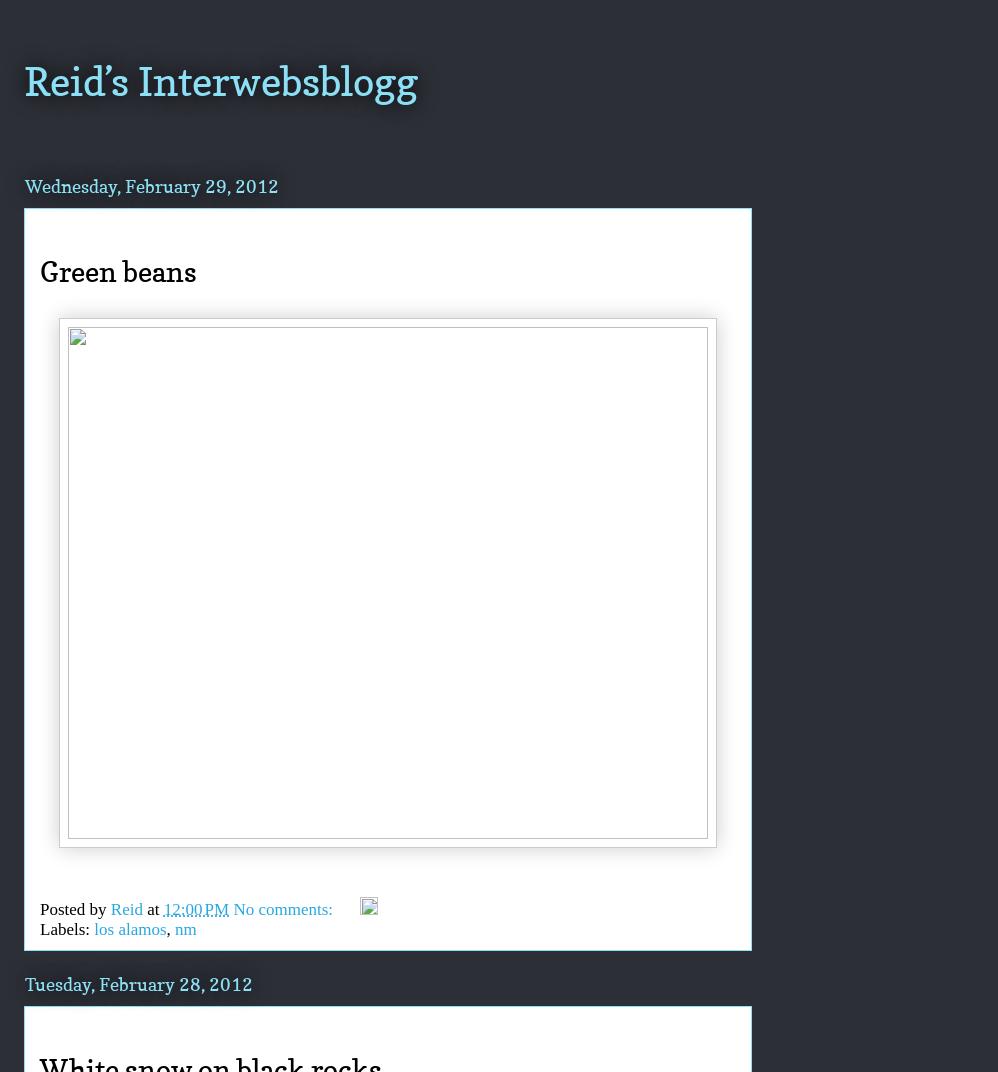 The image size is (998, 1072). I want to click on 'Wednesday, February 29, 2012', so click(150, 184).